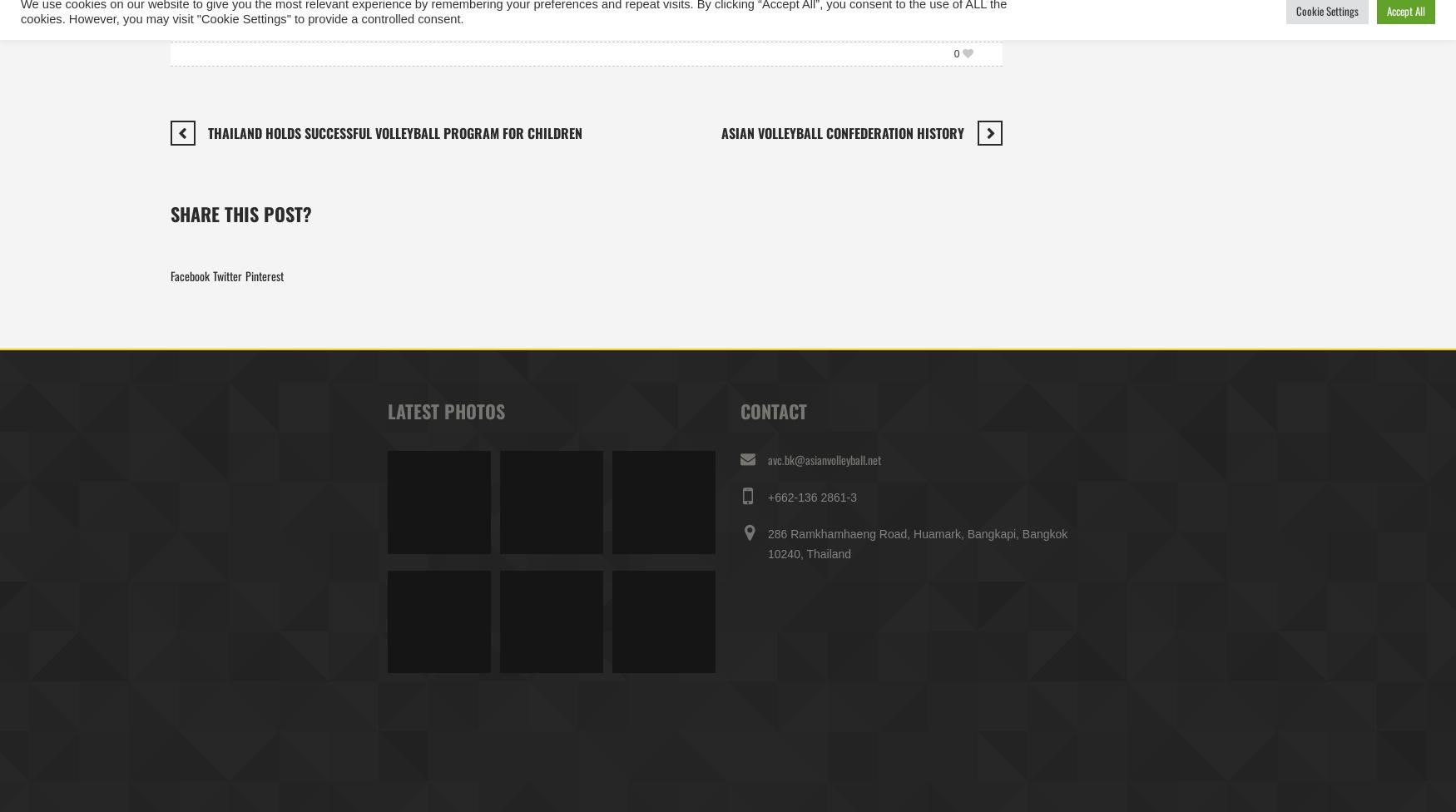 Image resolution: width=1456 pixels, height=812 pixels. Describe the element at coordinates (841, 131) in the screenshot. I see `'ASIAN VOLLEYBALL CONFEDERATION HISTORY'` at that location.